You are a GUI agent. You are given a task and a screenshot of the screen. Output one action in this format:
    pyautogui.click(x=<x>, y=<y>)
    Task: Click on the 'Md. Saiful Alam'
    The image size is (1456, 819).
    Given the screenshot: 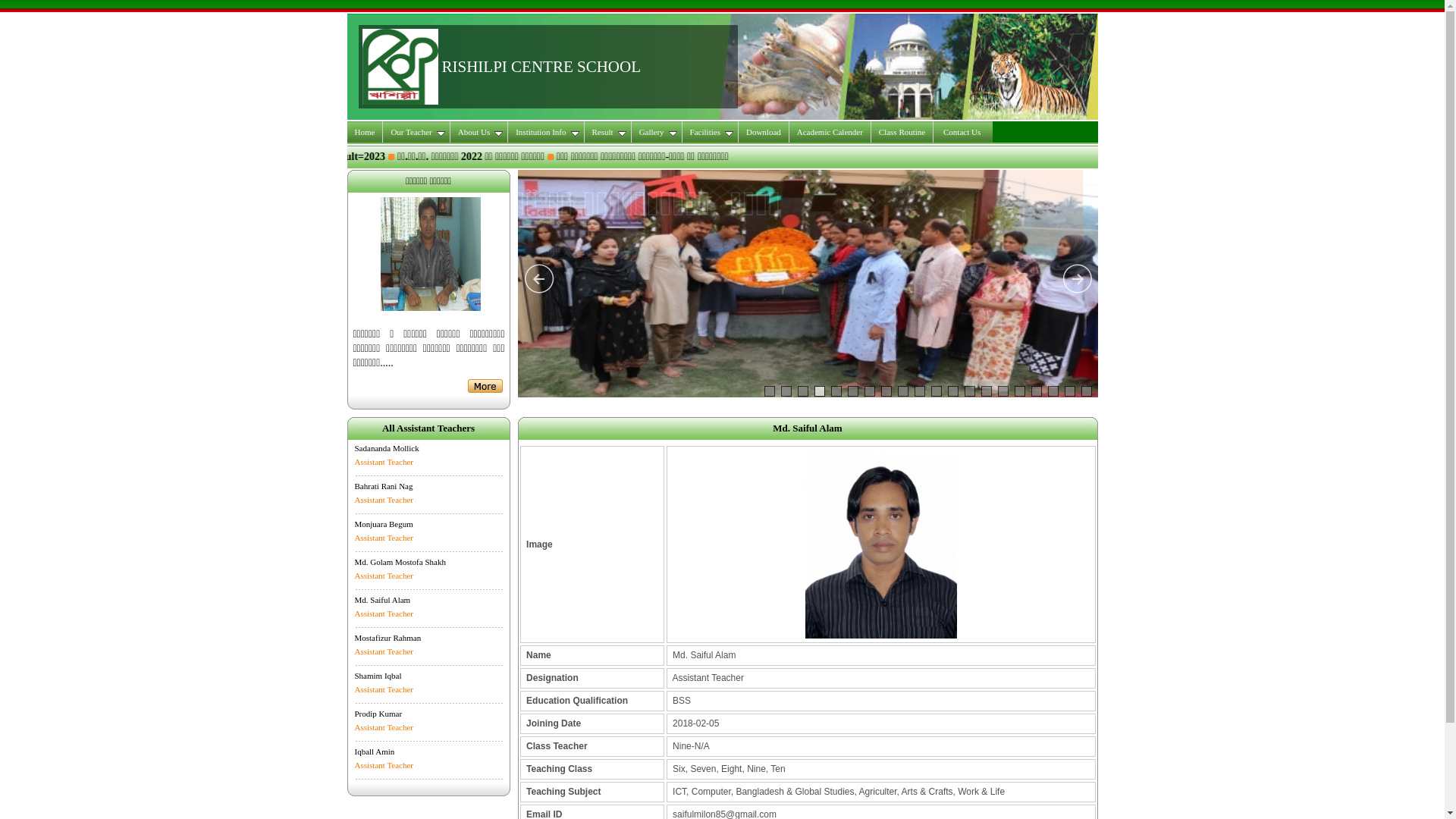 What is the action you would take?
    pyautogui.click(x=382, y=598)
    